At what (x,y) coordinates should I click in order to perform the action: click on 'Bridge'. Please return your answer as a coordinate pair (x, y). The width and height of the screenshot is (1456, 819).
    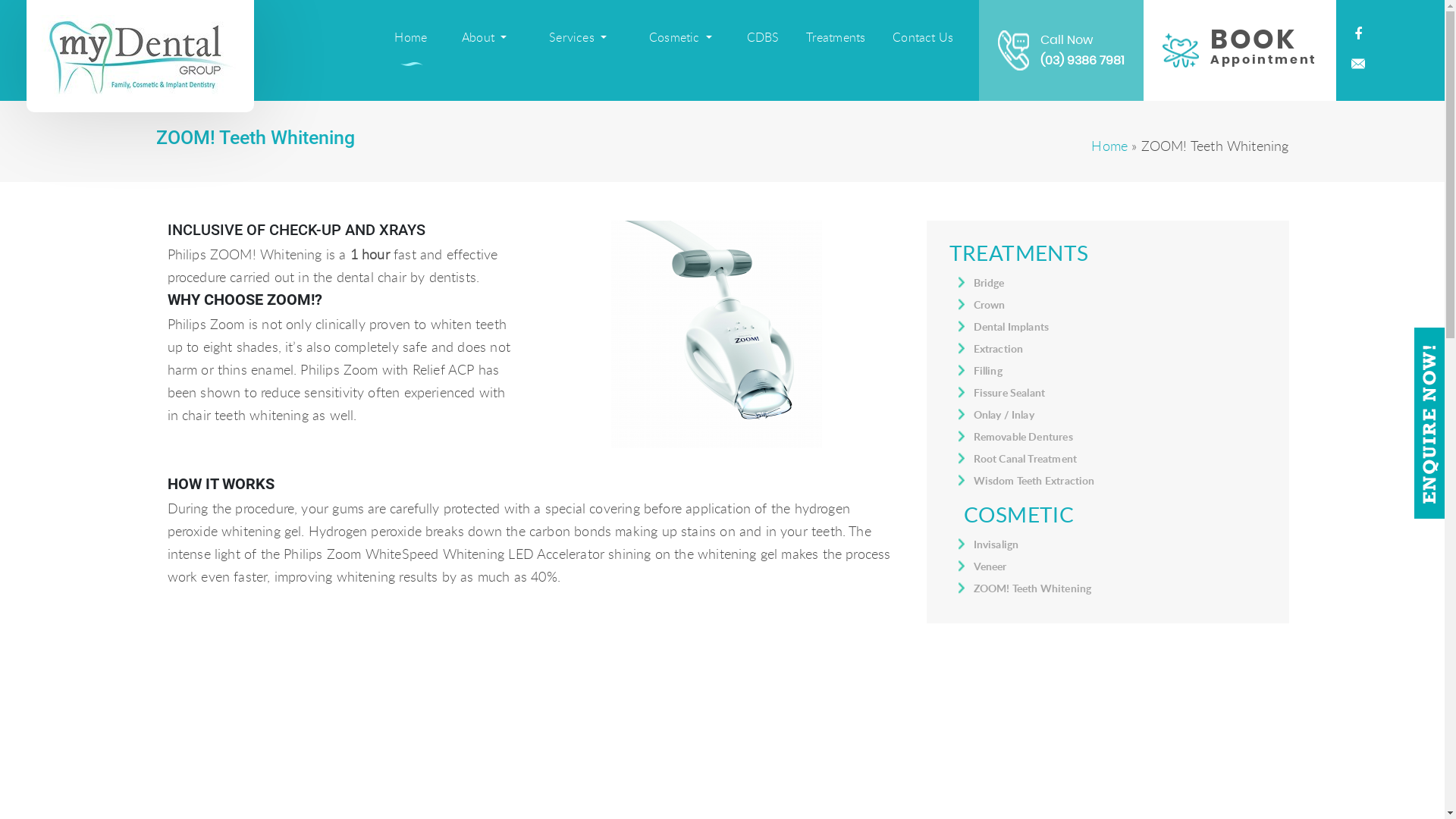
    Looking at the image, I should click on (989, 282).